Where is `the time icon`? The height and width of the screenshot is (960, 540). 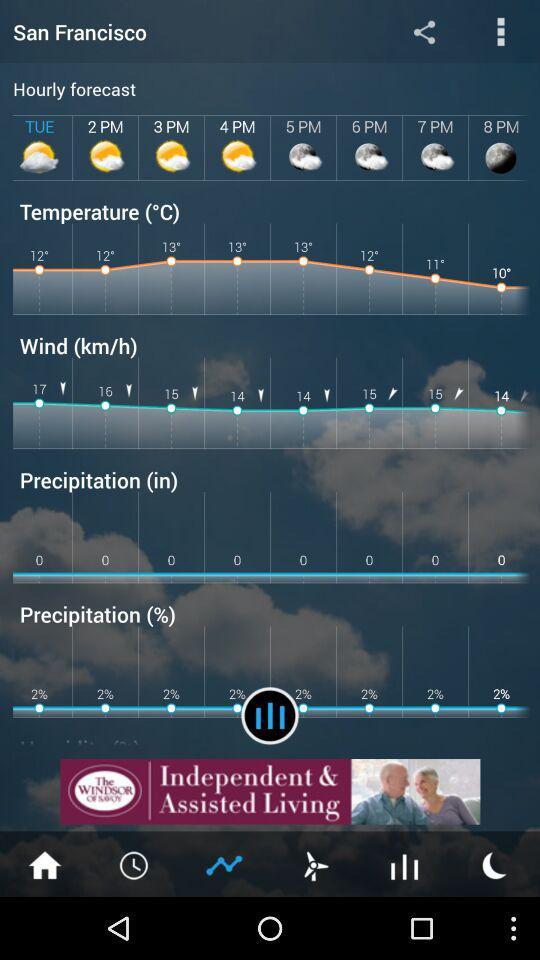
the time icon is located at coordinates (135, 925).